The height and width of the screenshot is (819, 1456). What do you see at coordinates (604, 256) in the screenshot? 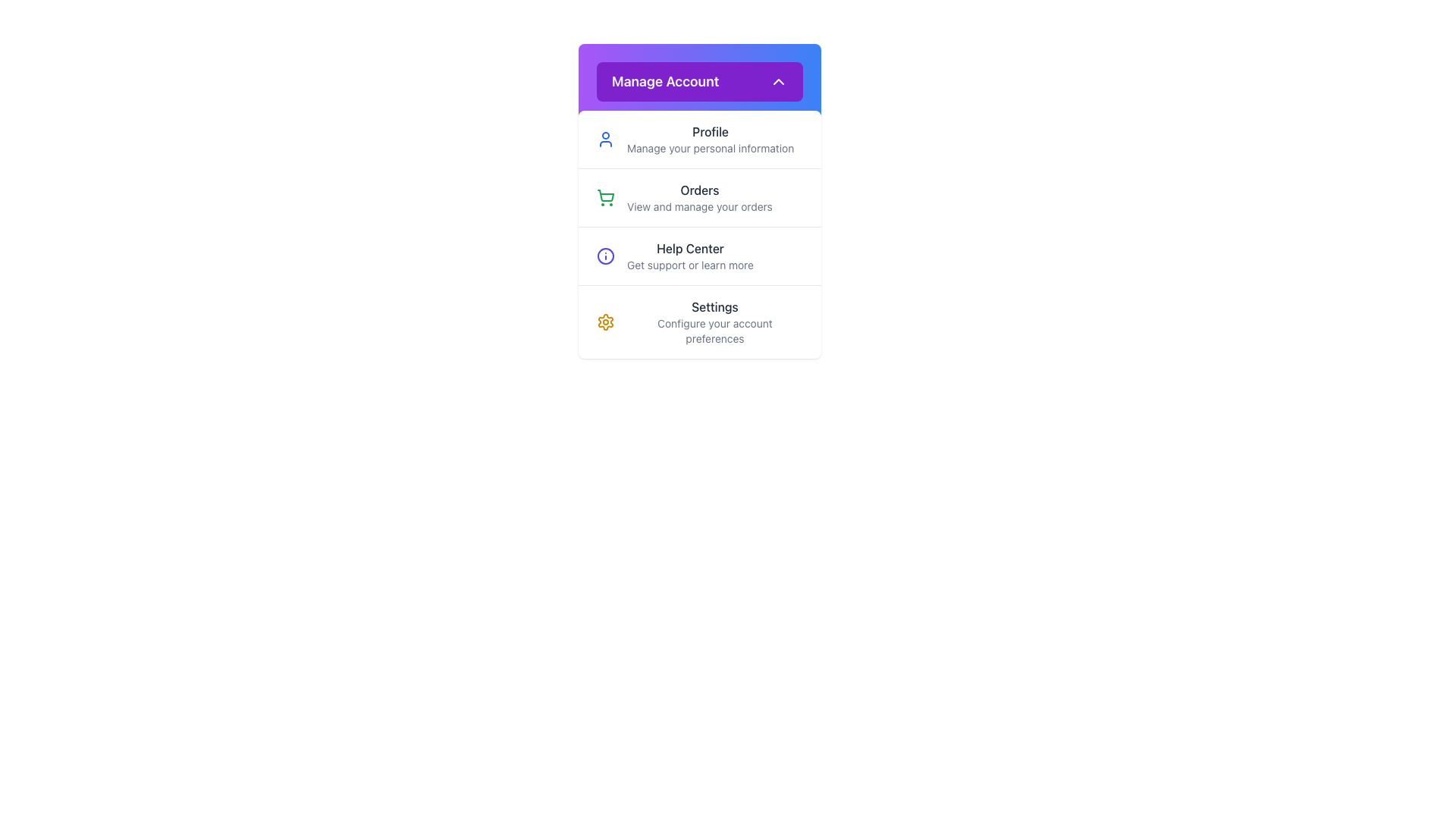
I see `the indigo circular 'info' icon located in the 'Help Center' row, which is aligned with the text 'Get support or learn more.'` at bounding box center [604, 256].